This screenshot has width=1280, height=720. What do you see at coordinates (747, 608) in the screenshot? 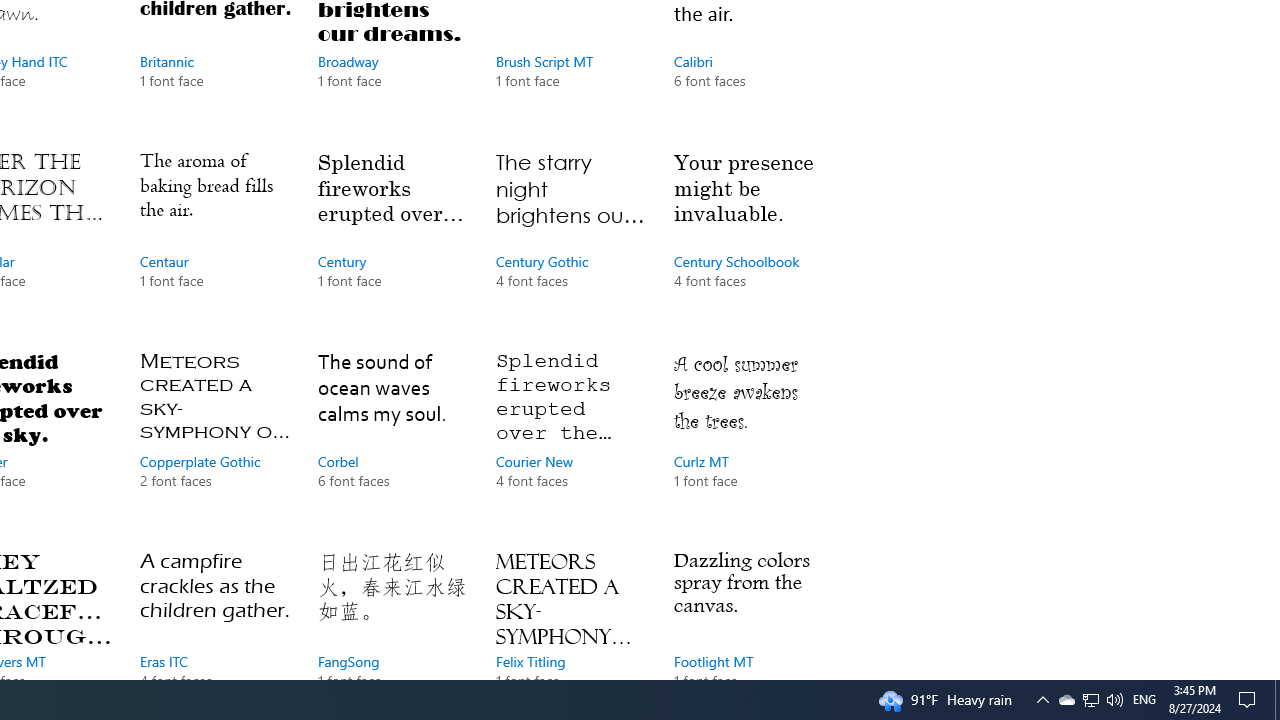
I see `'Footlight MT, 1 font face'` at bounding box center [747, 608].